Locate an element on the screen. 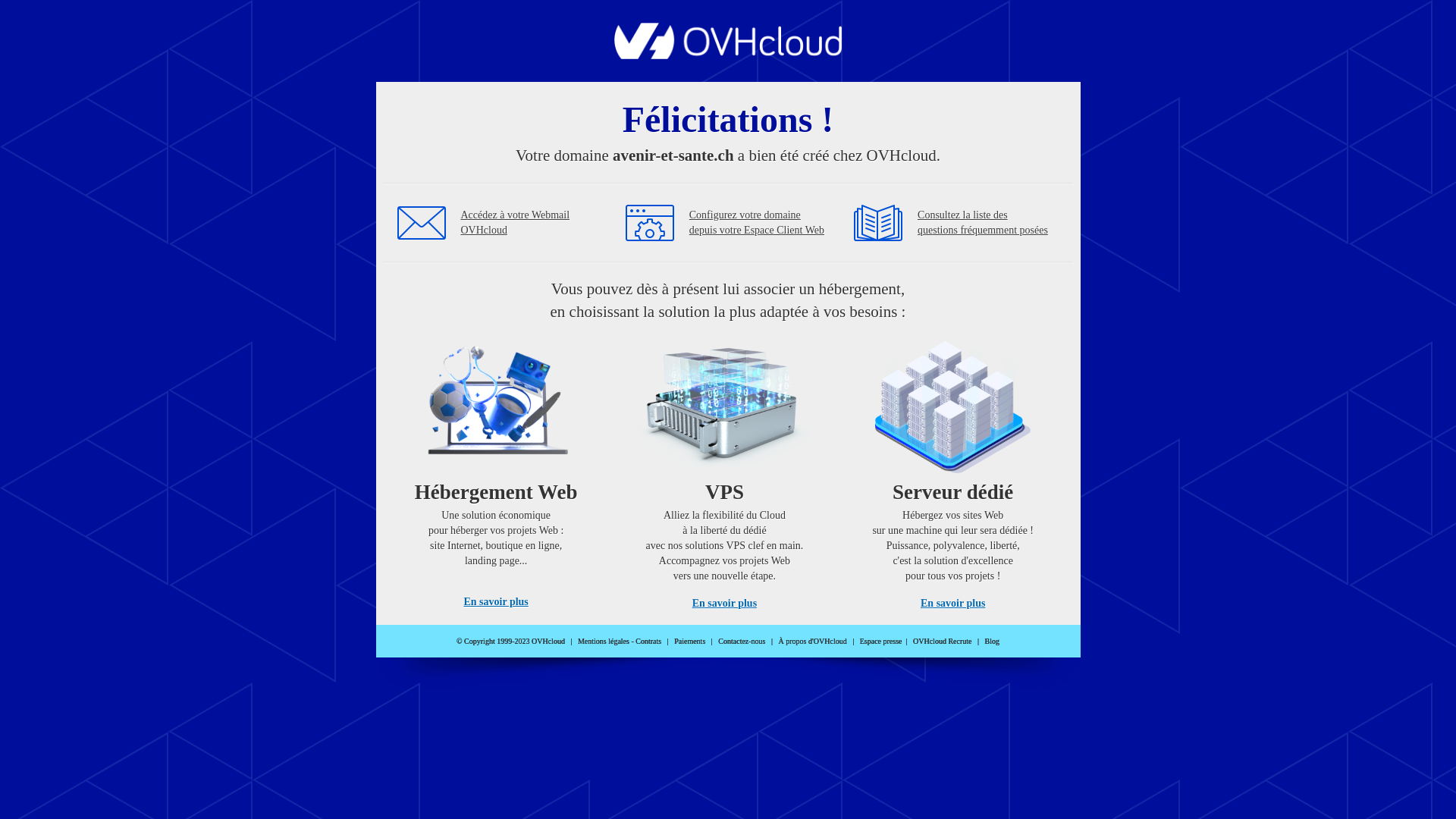 This screenshot has width=1456, height=819. 'Configurez votre domaine is located at coordinates (757, 222).